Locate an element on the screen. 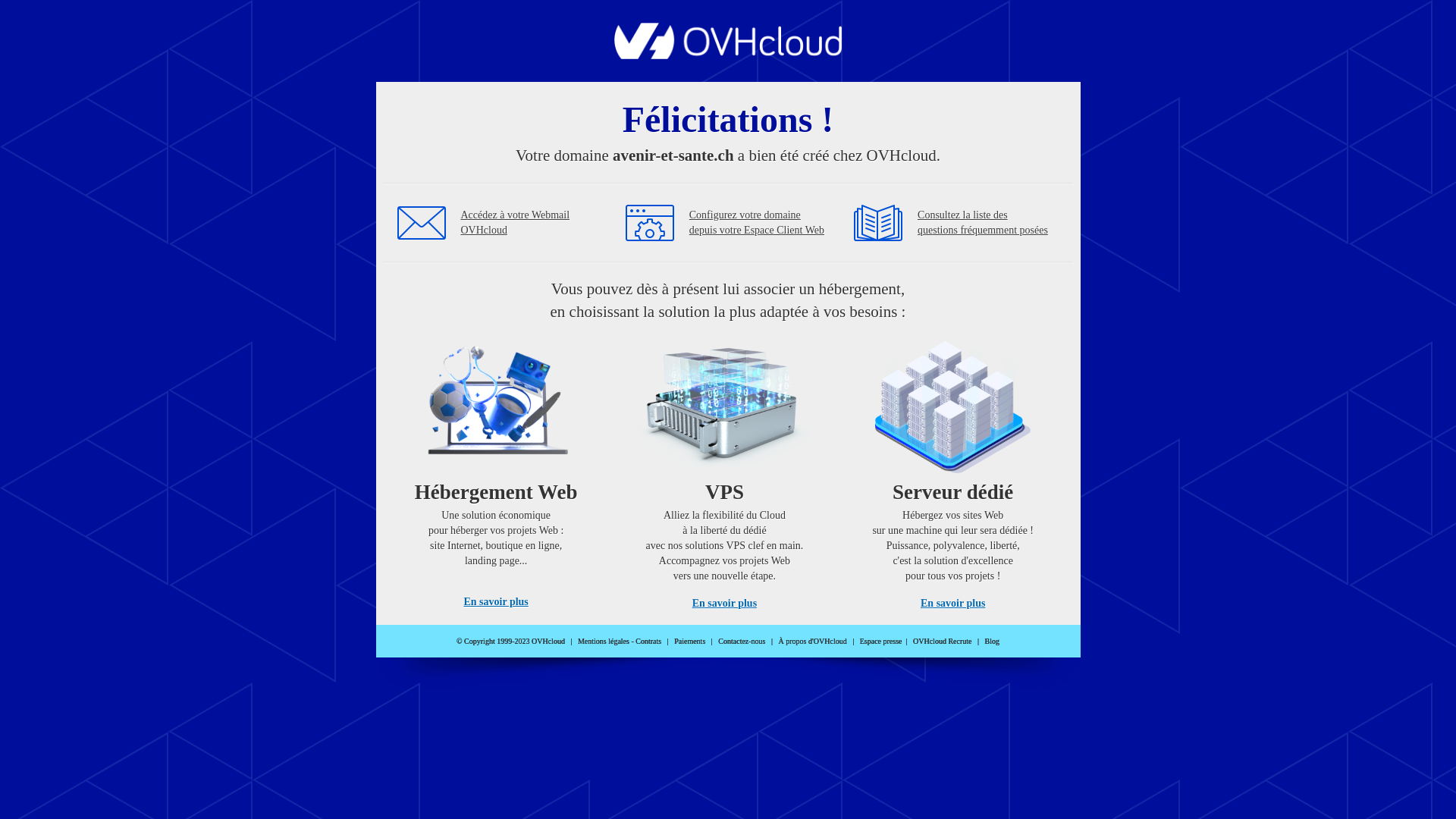 This screenshot has width=1456, height=819. 'Configurez votre domaine is located at coordinates (757, 222).